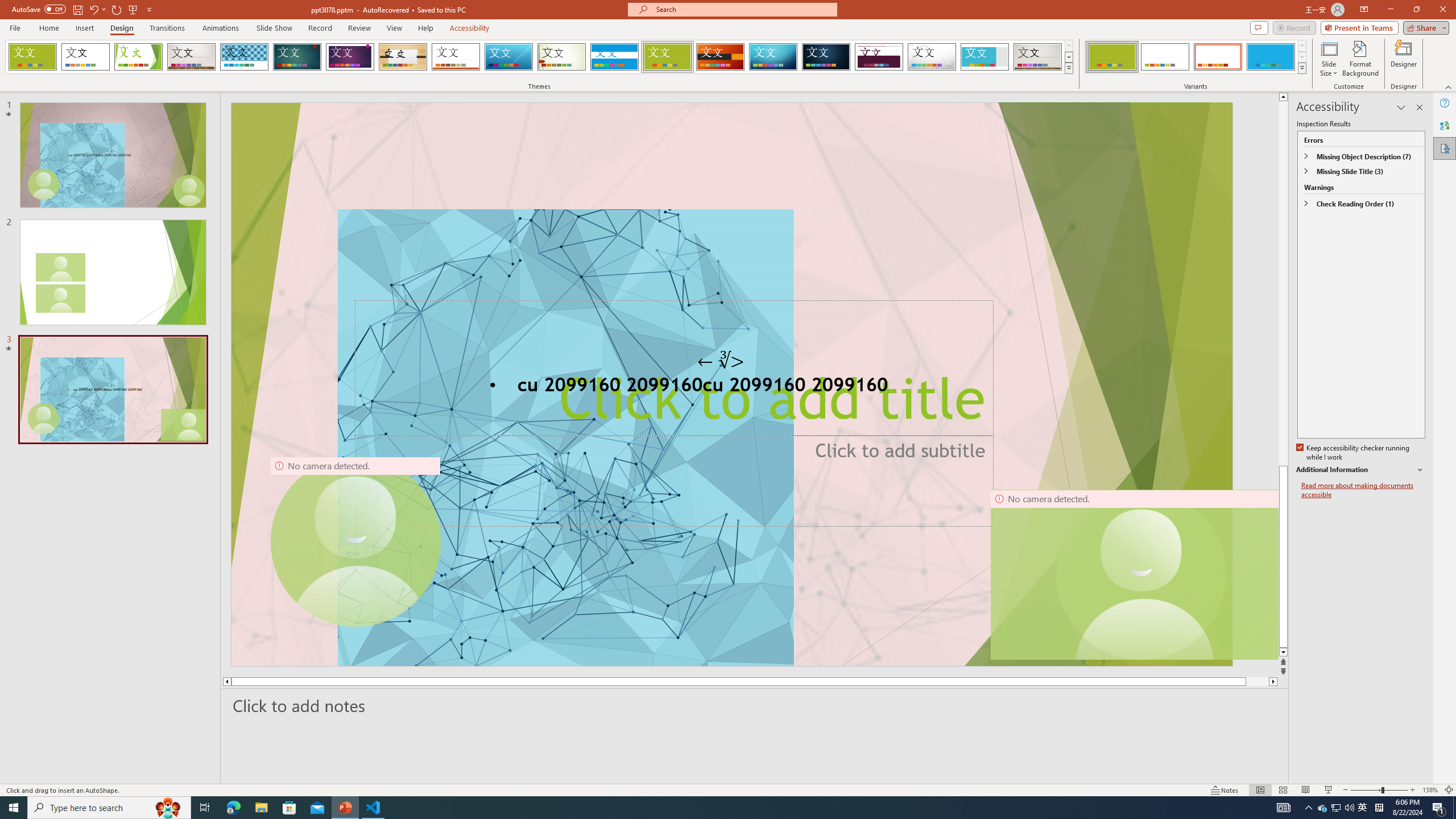 The width and height of the screenshot is (1456, 819). What do you see at coordinates (403, 56) in the screenshot?
I see `'Organic'` at bounding box center [403, 56].